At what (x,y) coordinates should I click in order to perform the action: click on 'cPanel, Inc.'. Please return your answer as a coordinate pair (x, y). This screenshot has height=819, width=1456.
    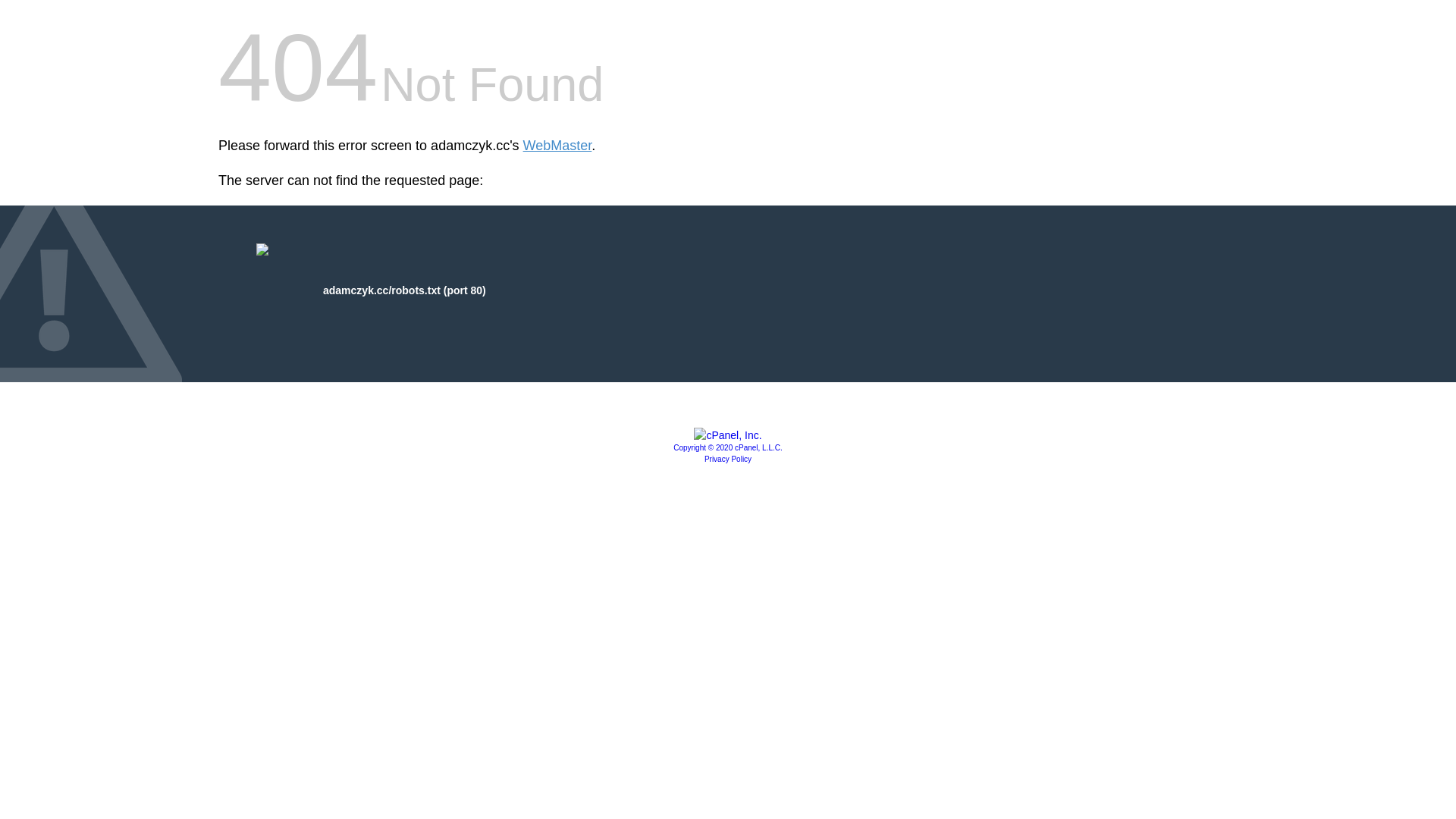
    Looking at the image, I should click on (693, 435).